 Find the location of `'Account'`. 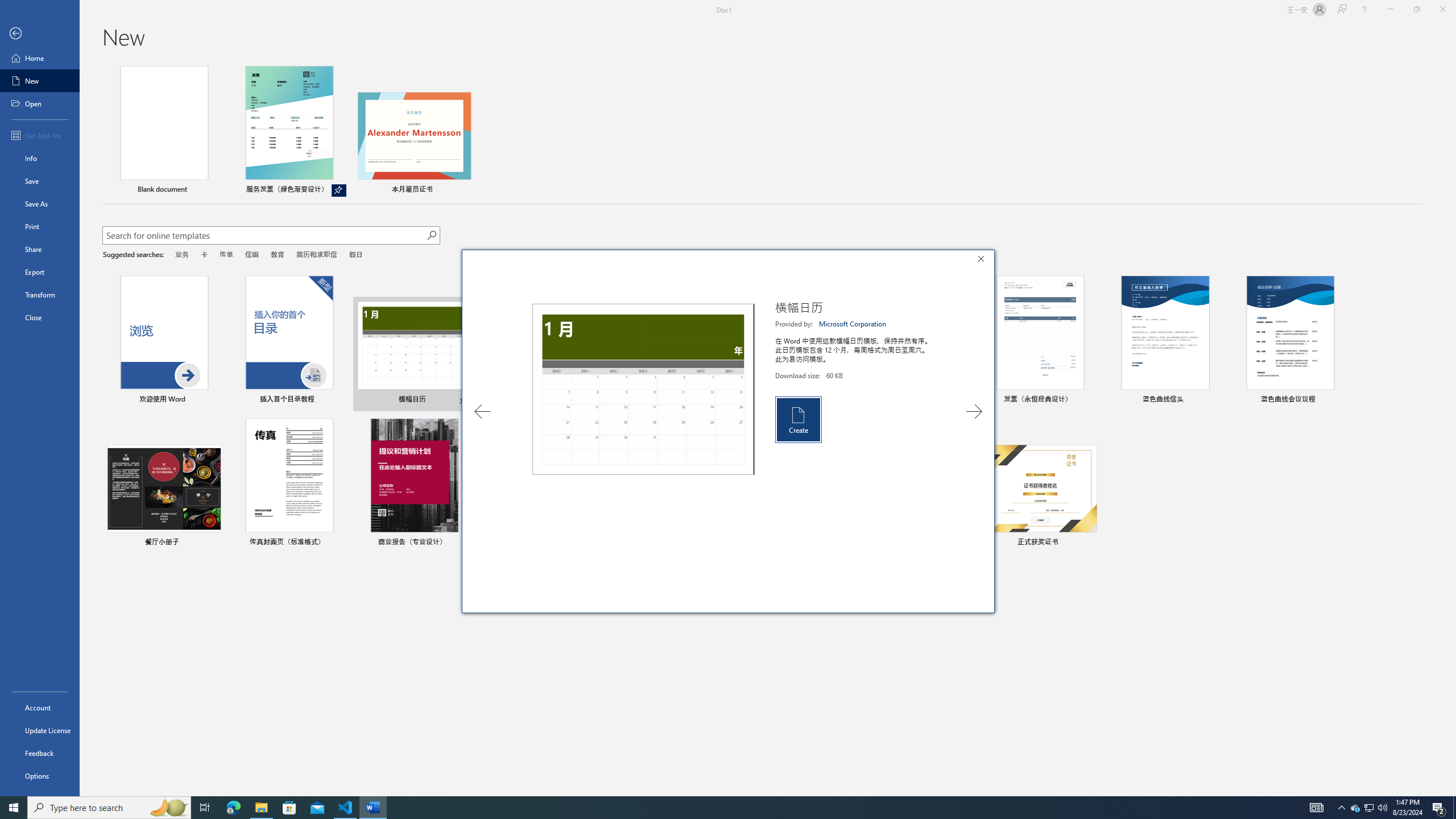

'Account' is located at coordinates (39, 708).